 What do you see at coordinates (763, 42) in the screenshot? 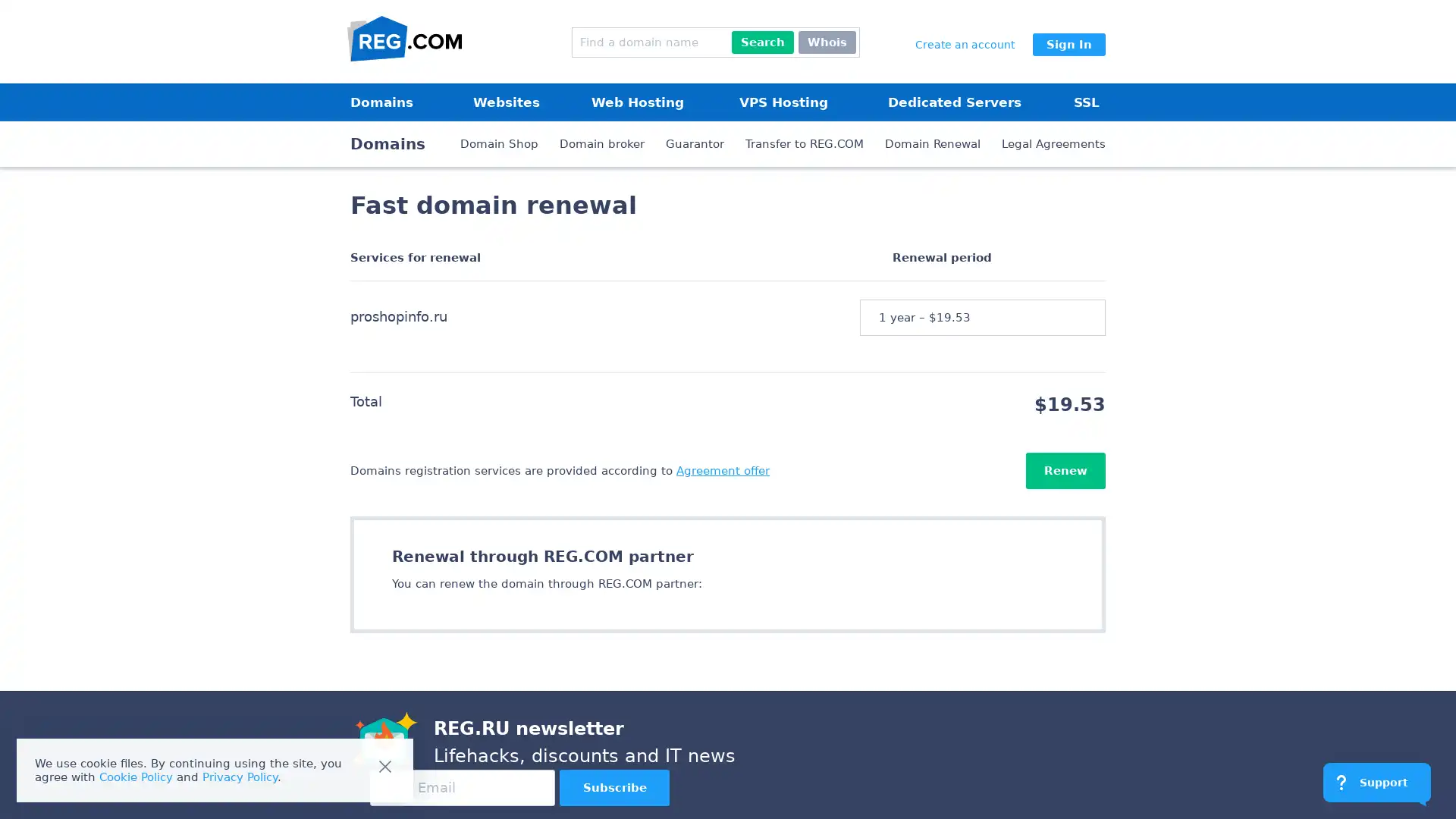
I see `Search` at bounding box center [763, 42].